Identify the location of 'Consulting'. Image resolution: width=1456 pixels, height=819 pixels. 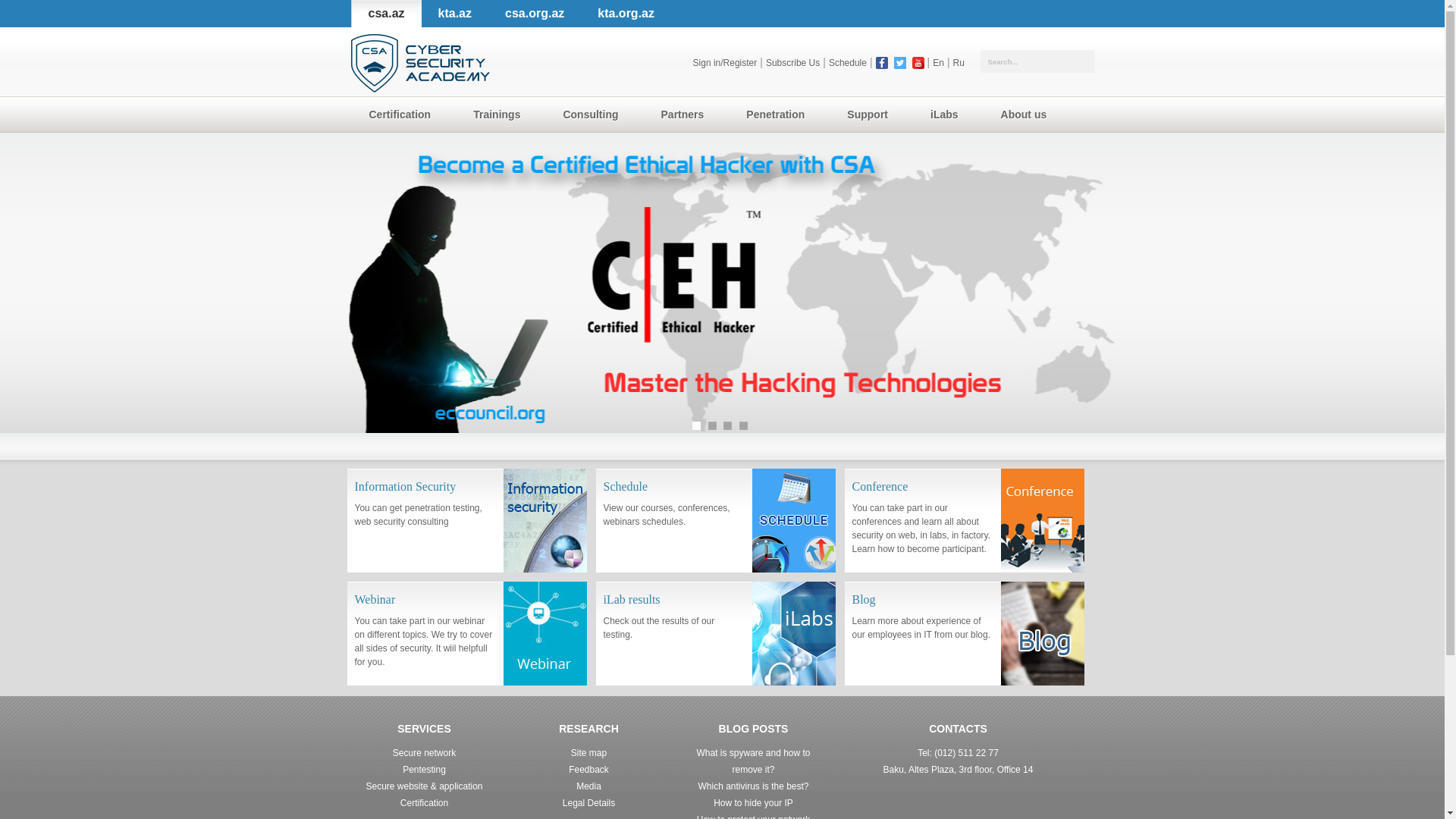
(592, 114).